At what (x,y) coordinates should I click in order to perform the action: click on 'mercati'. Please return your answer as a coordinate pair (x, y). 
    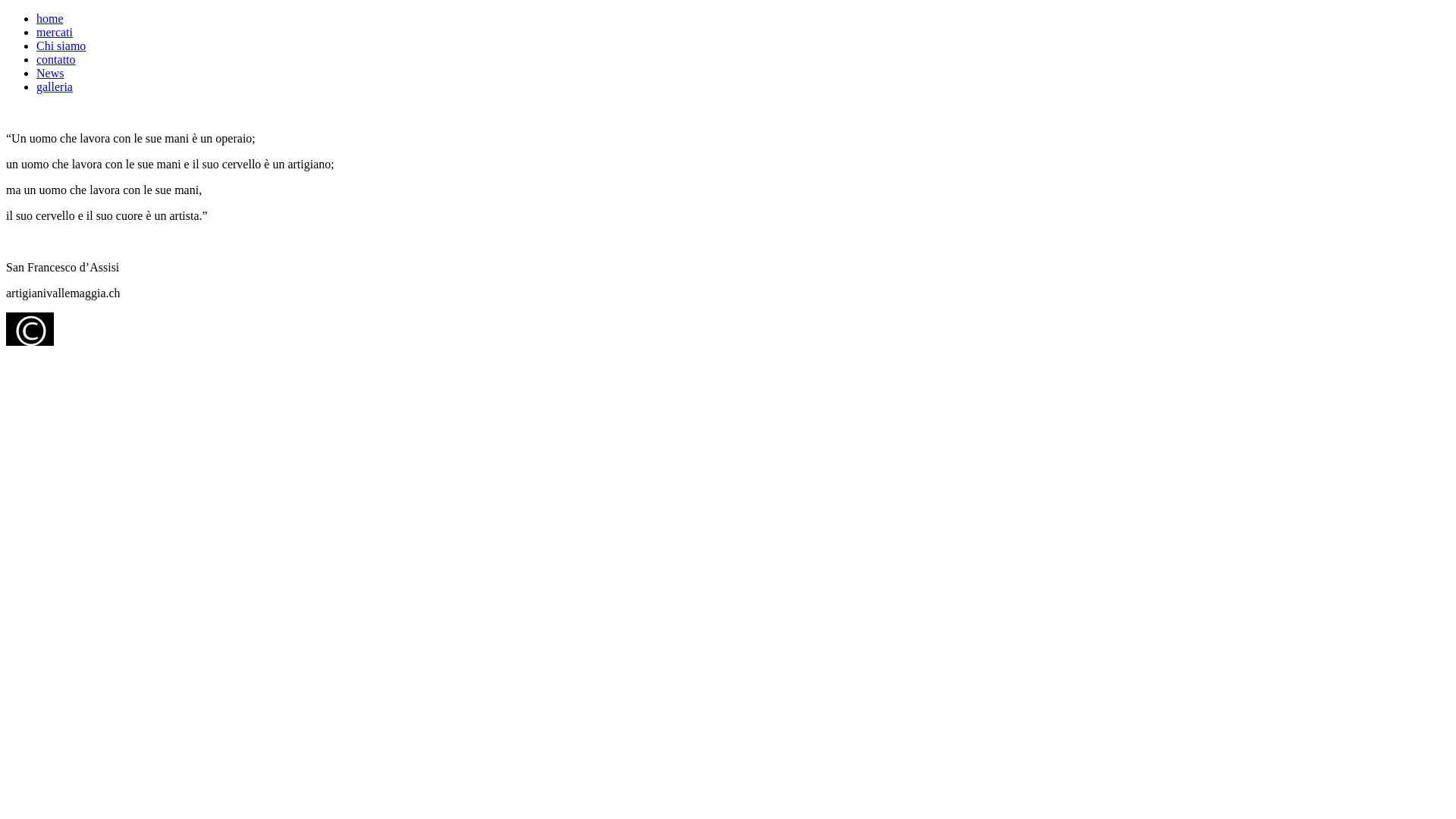
    Looking at the image, I should click on (55, 32).